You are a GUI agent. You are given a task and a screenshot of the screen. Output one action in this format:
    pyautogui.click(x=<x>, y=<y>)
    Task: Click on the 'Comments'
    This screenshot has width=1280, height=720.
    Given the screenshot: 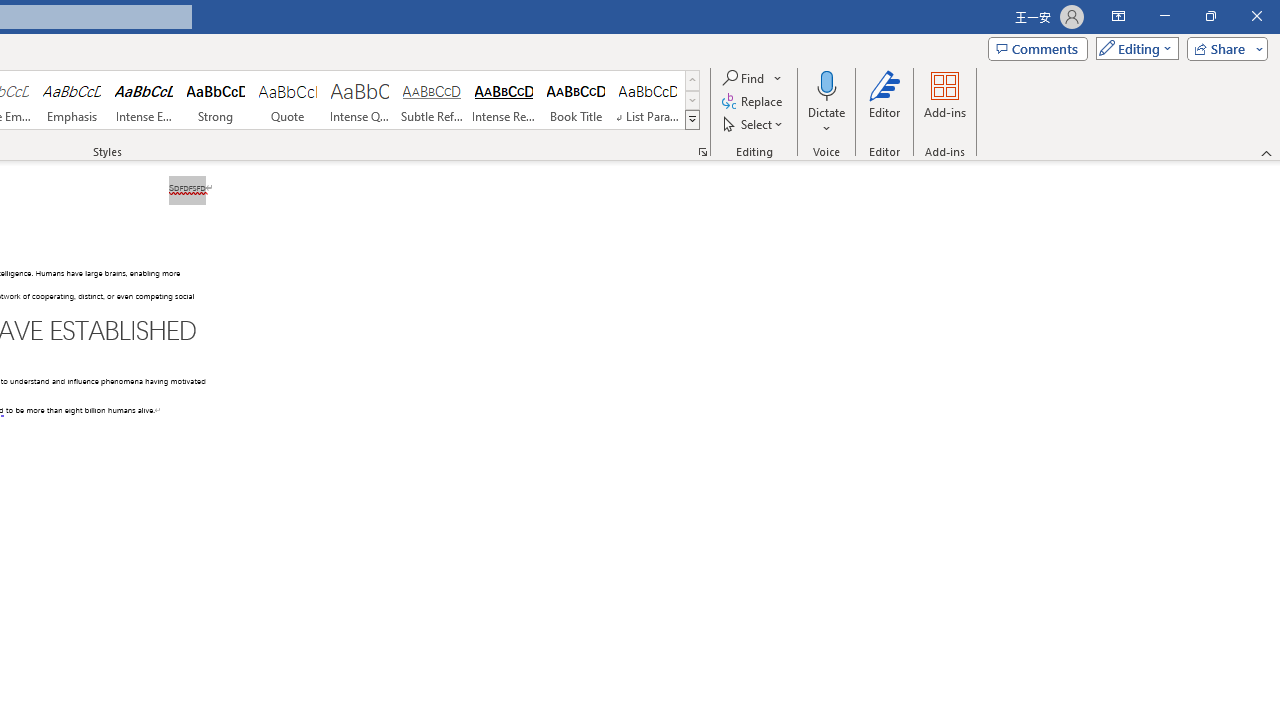 What is the action you would take?
    pyautogui.click(x=1038, y=47)
    